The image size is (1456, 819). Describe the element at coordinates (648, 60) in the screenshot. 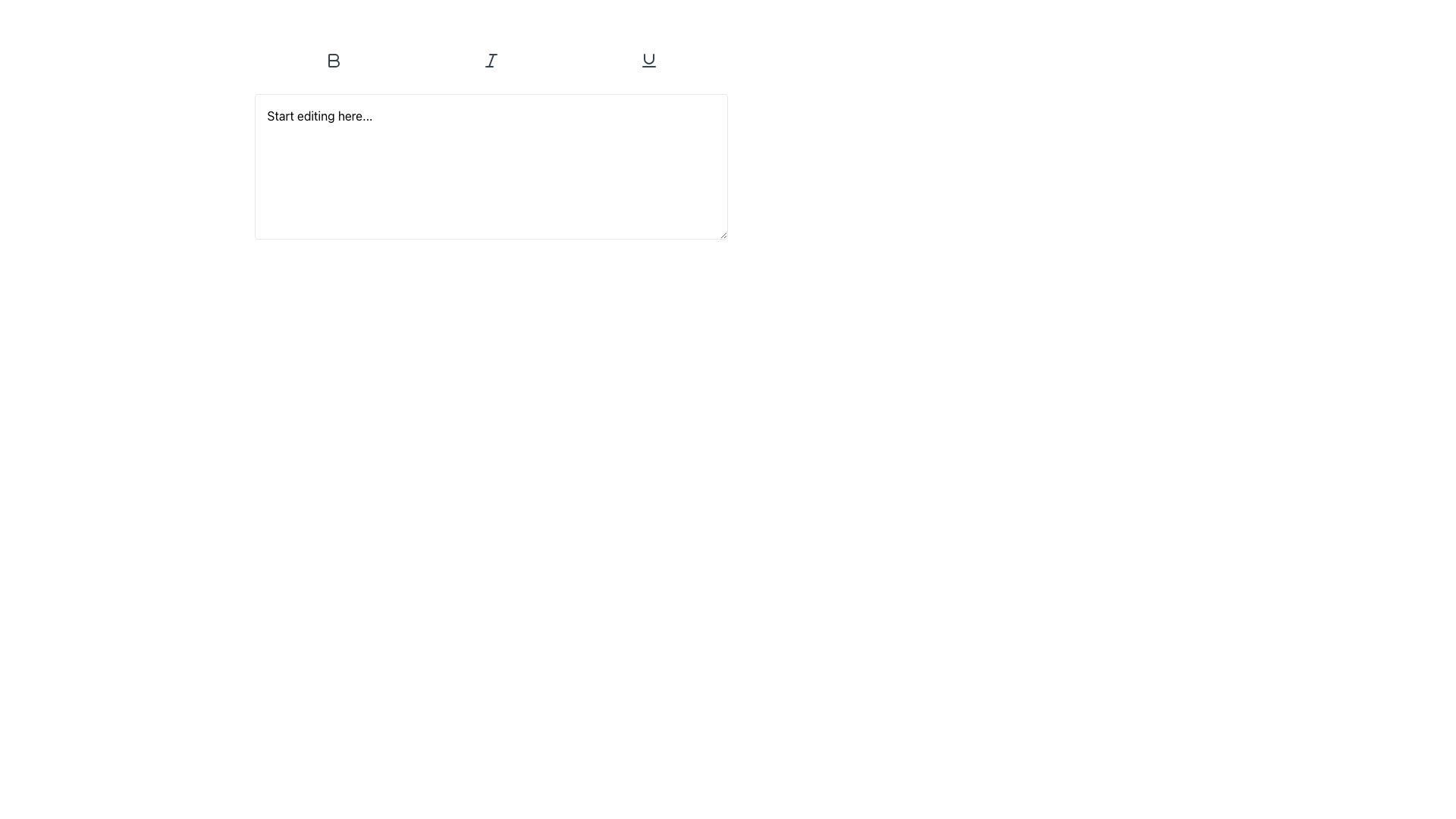

I see `the small icon styled with a rounded underline shape in the toolbar` at that location.